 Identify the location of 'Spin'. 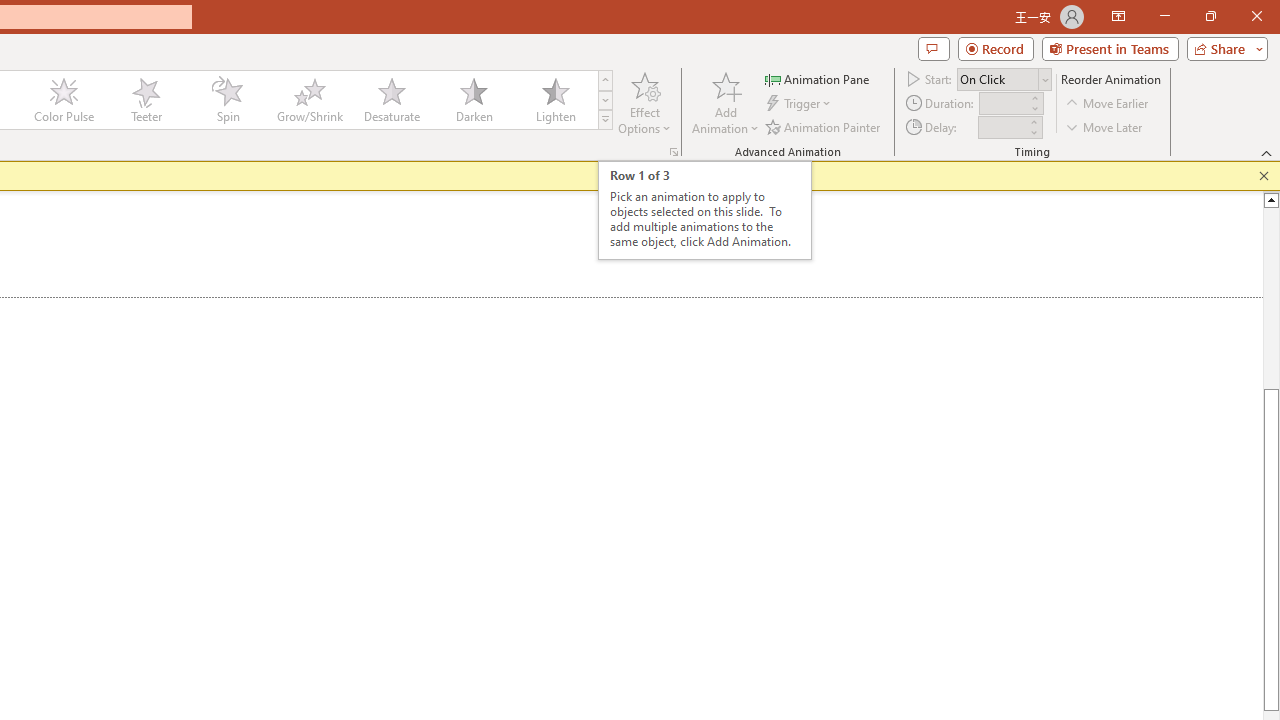
(227, 100).